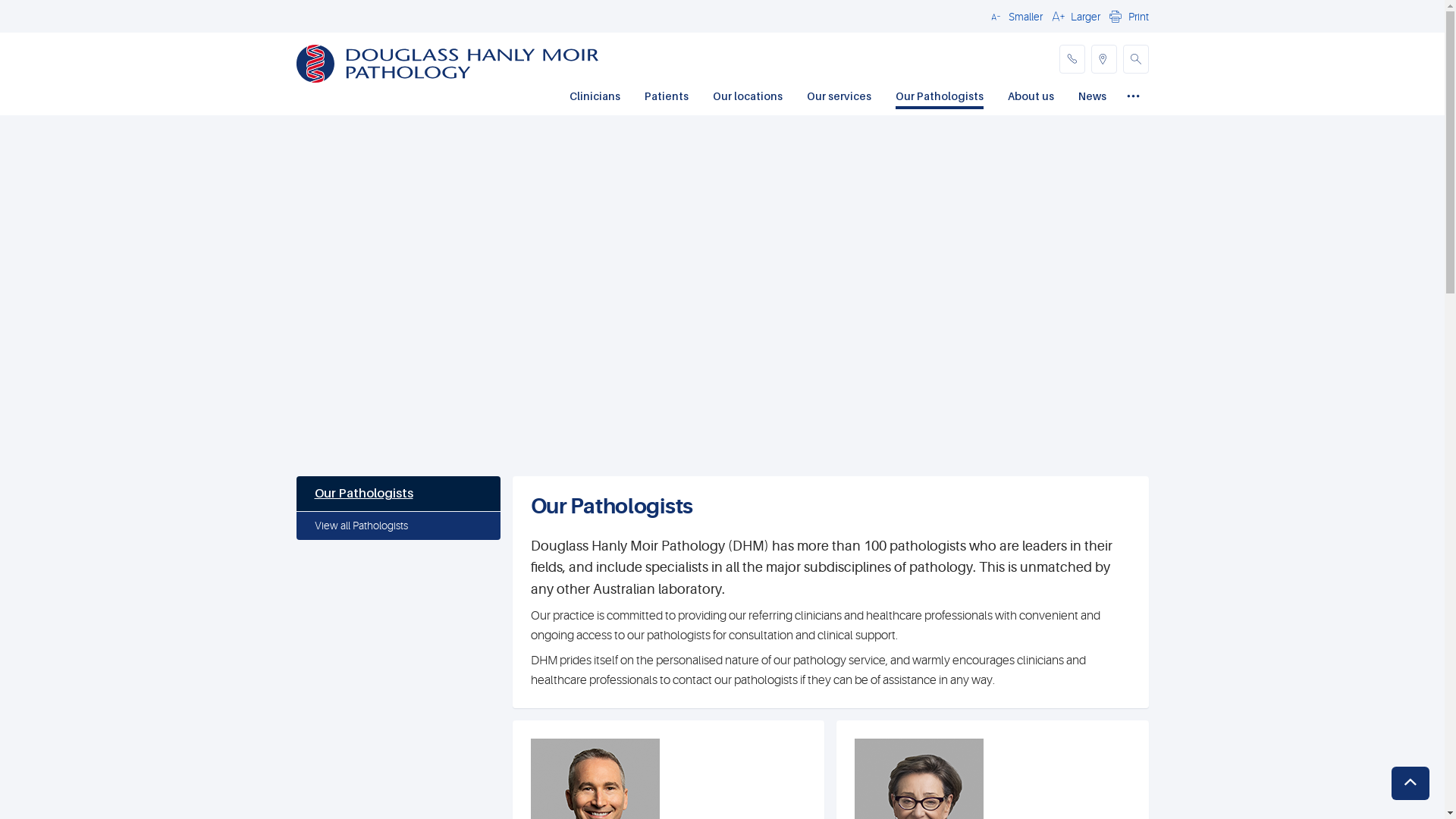 This screenshot has height=819, width=1456. I want to click on 'Smaller', so click(1014, 15).